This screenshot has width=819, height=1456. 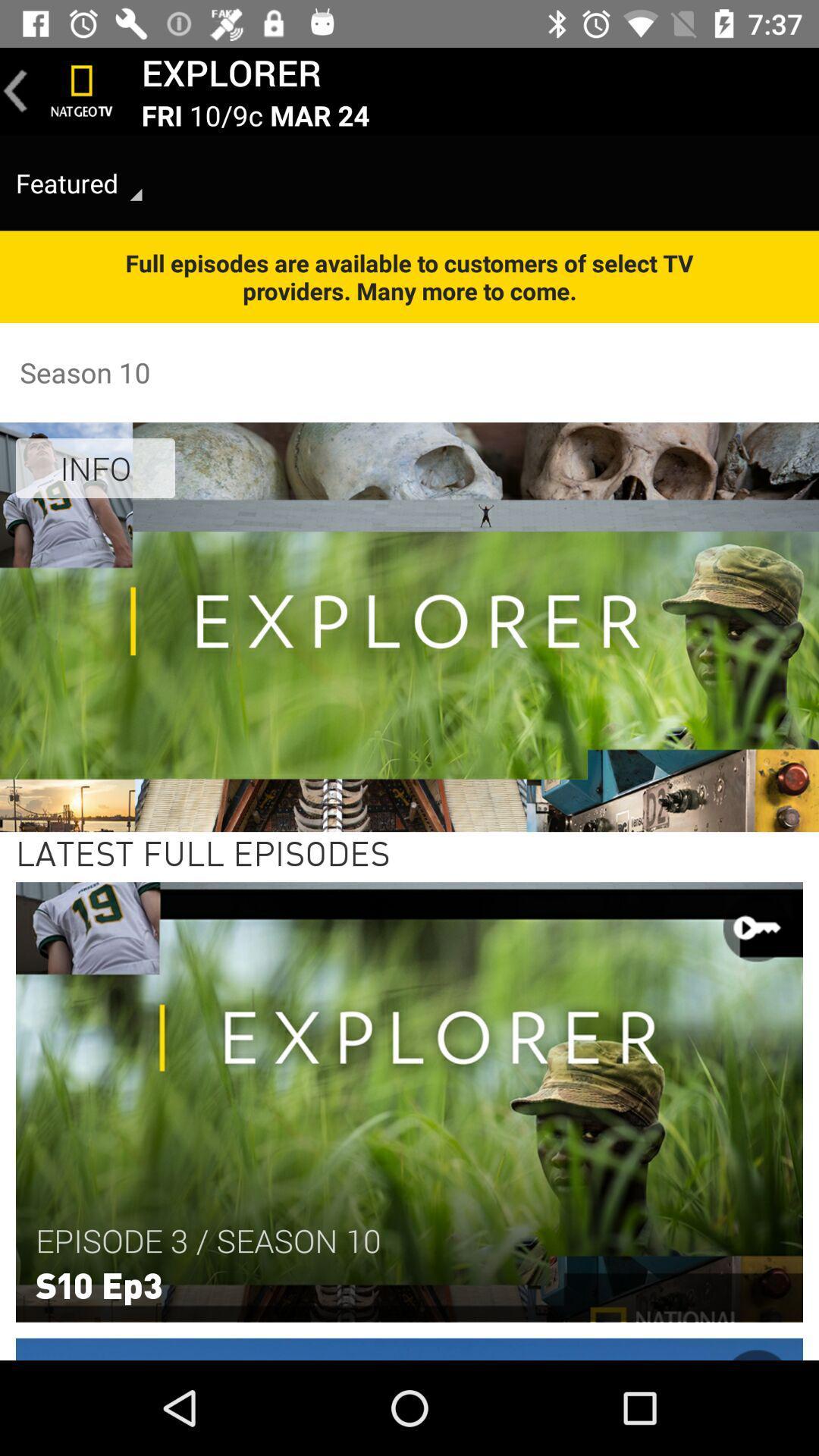 What do you see at coordinates (15, 90) in the screenshot?
I see `previous` at bounding box center [15, 90].